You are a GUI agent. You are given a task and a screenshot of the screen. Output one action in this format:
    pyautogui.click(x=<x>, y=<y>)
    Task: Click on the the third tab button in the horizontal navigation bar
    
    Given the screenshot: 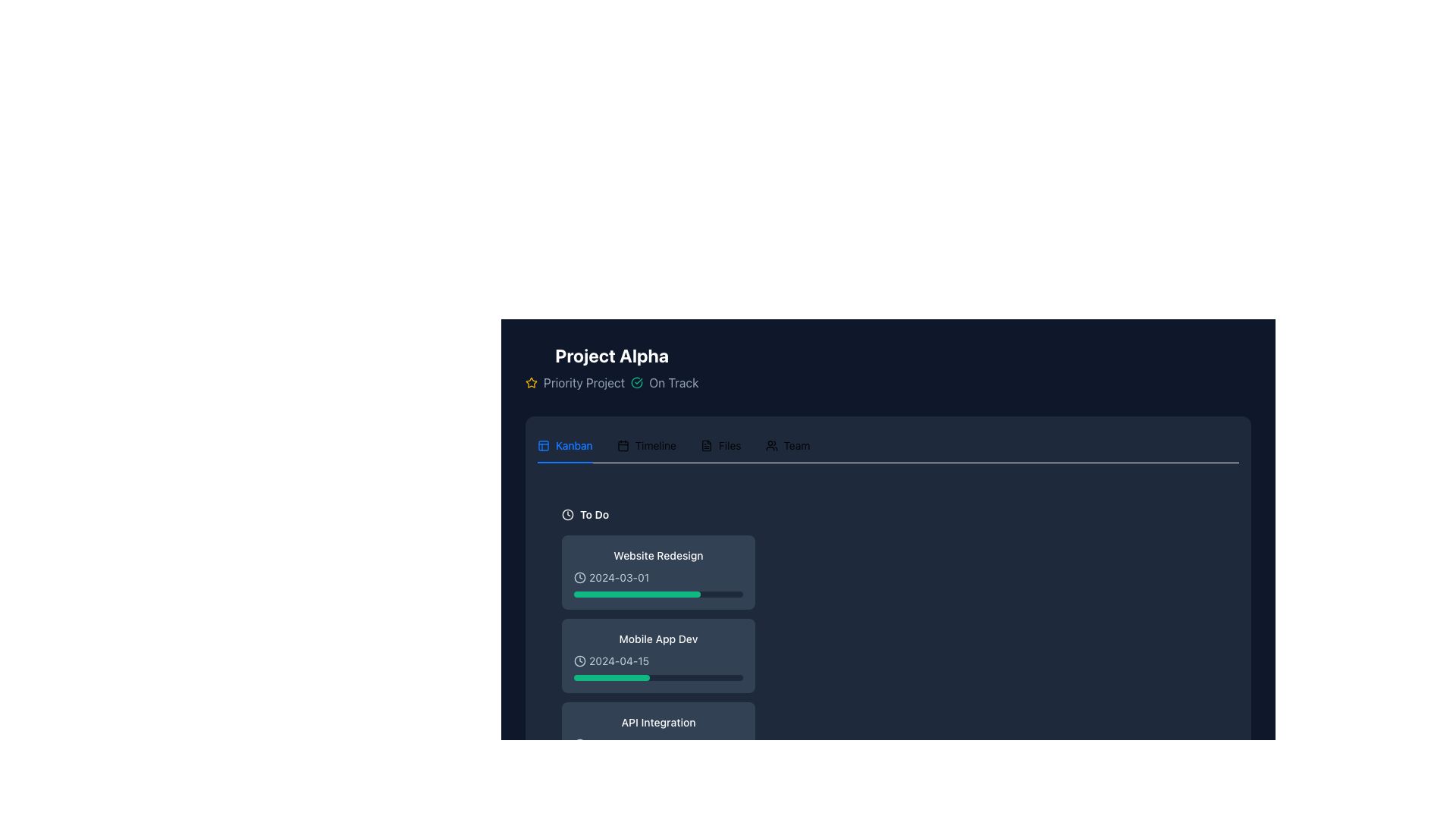 What is the action you would take?
    pyautogui.click(x=720, y=444)
    